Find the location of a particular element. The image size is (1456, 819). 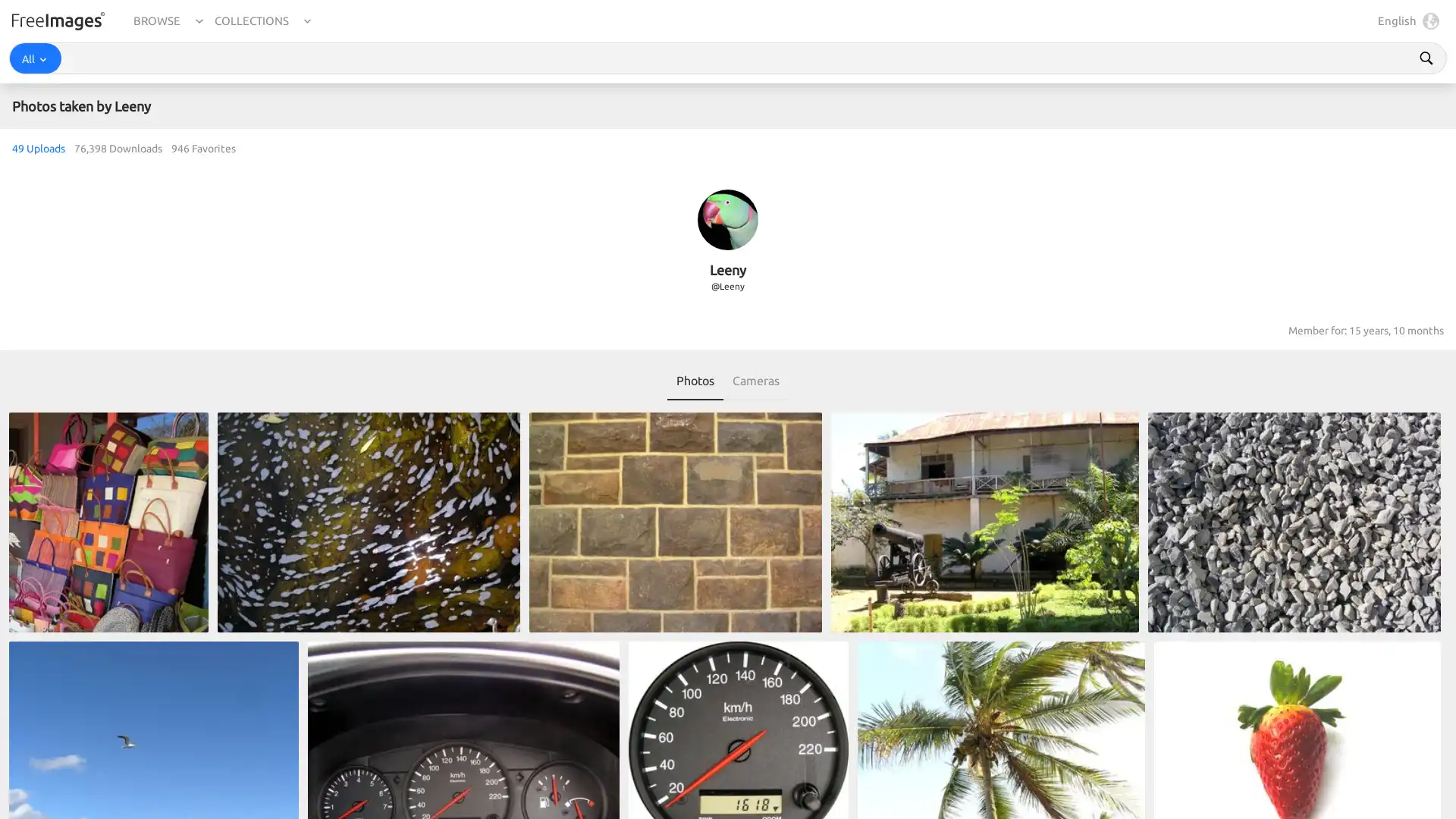

Do Not Sell My Personal Information is located at coordinates (1061, 786).